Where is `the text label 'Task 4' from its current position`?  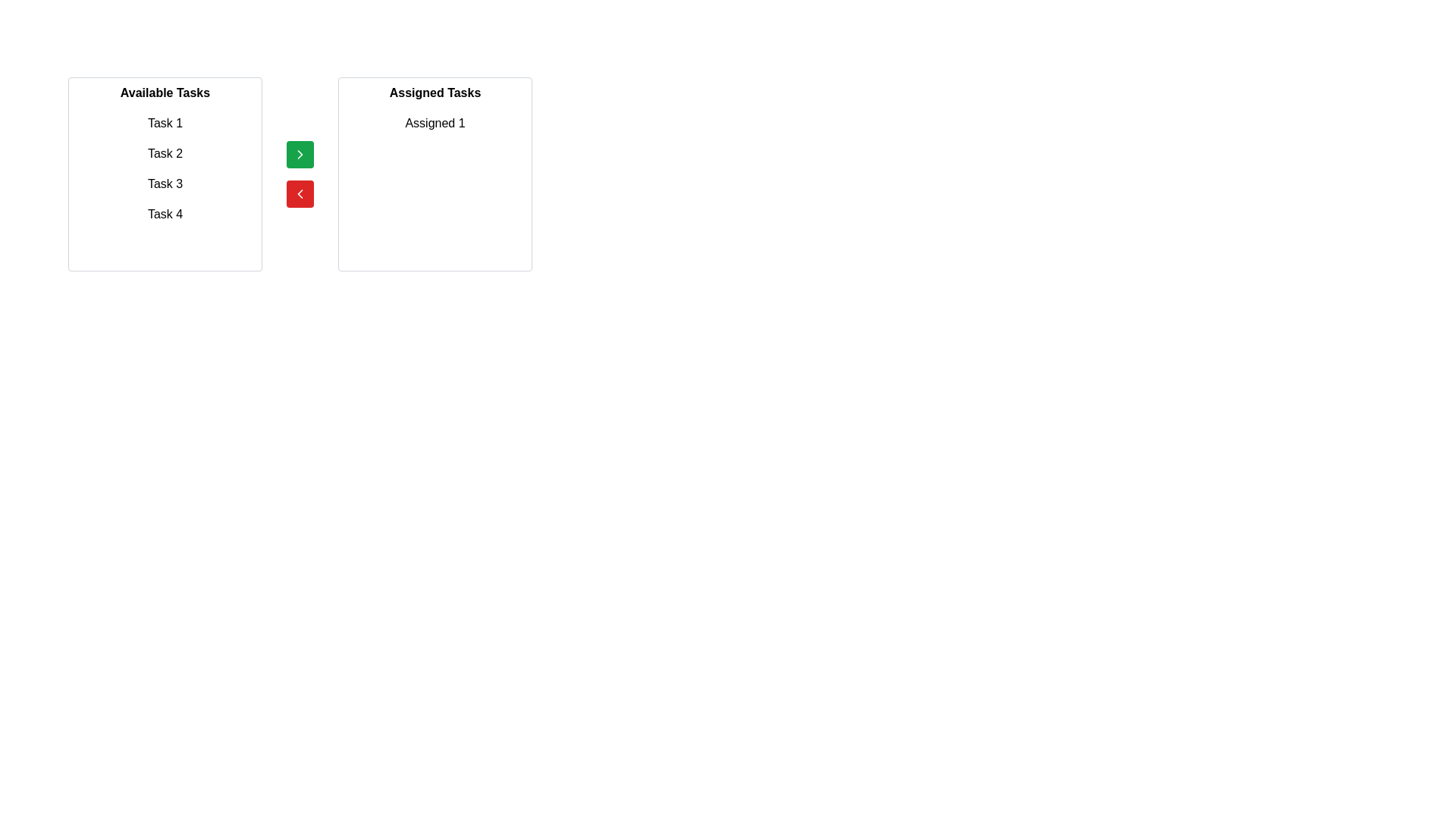
the text label 'Task 4' from its current position is located at coordinates (165, 214).